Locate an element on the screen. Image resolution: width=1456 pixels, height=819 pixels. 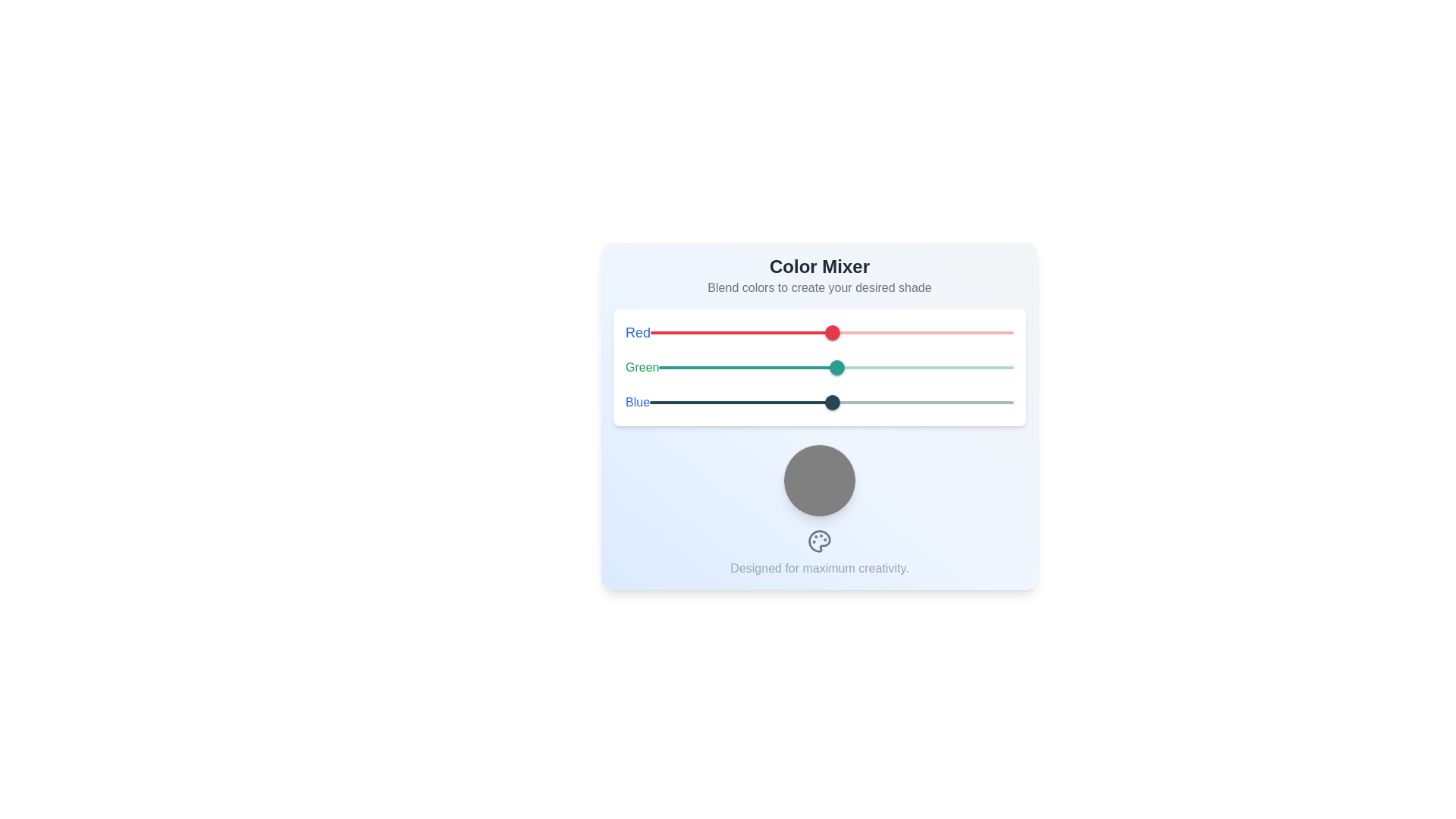
the red value is located at coordinates (783, 332).